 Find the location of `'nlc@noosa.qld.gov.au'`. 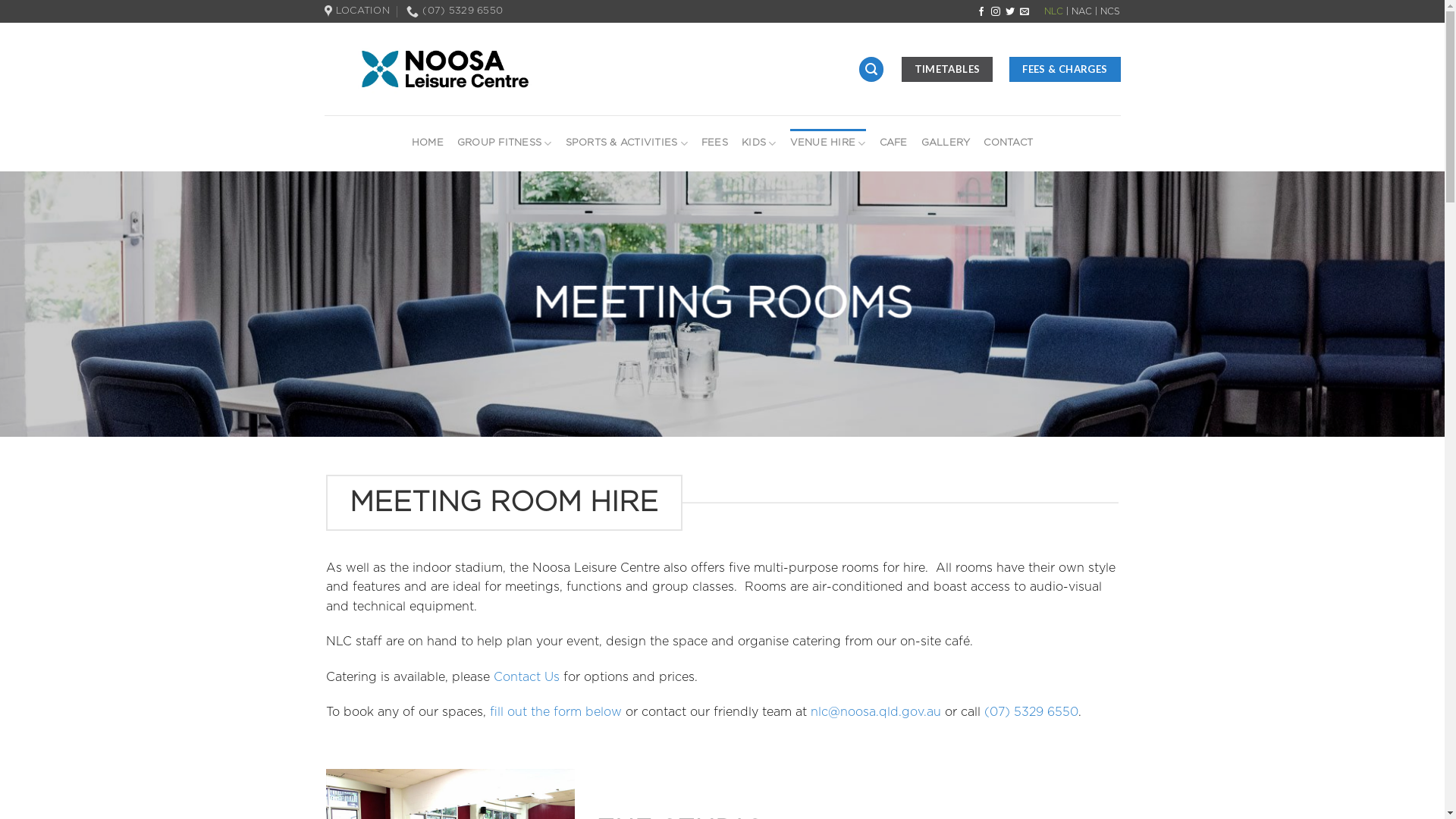

'nlc@noosa.qld.gov.au' is located at coordinates (876, 711).